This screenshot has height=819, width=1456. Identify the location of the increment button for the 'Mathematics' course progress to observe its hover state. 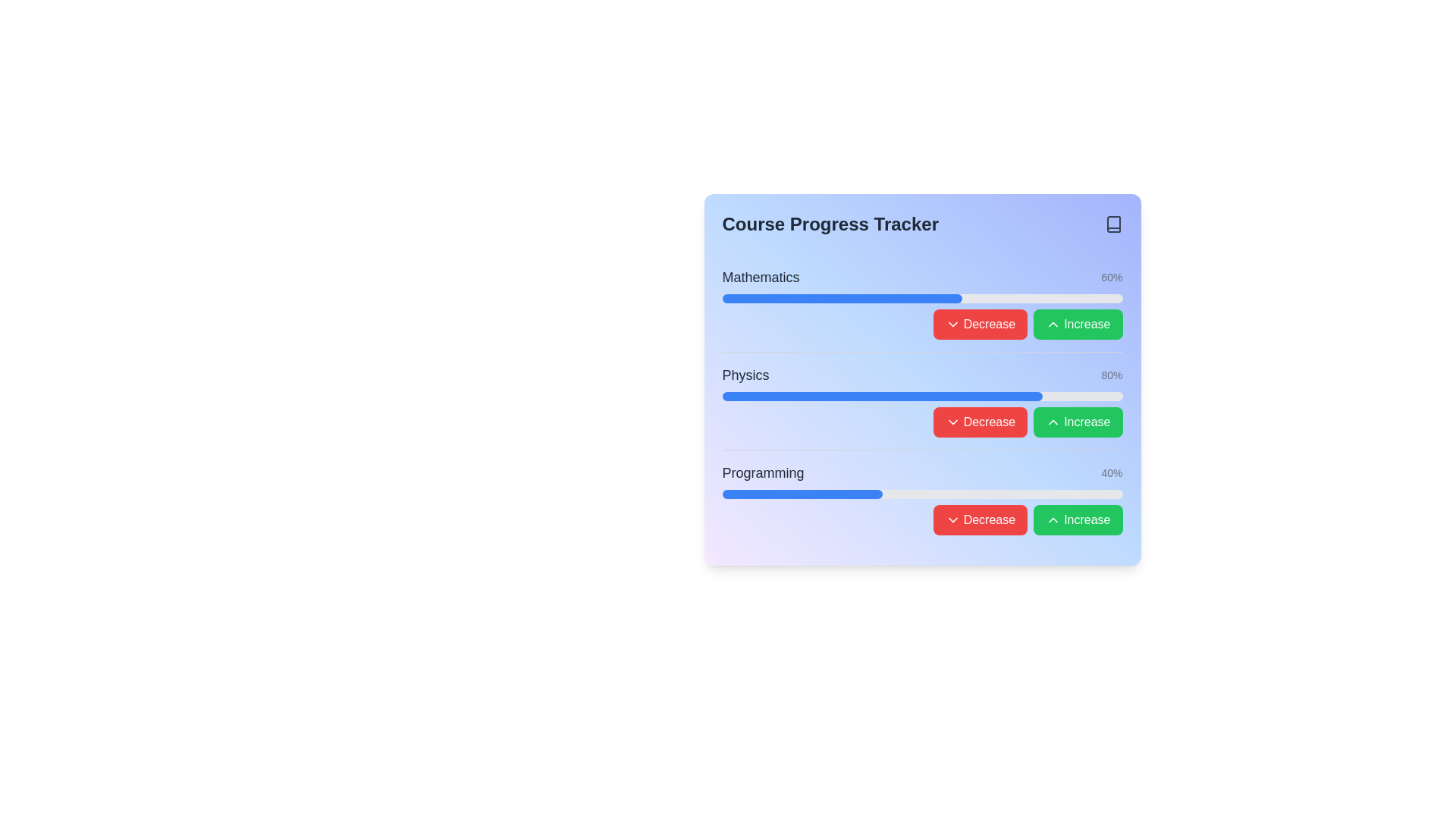
(1077, 324).